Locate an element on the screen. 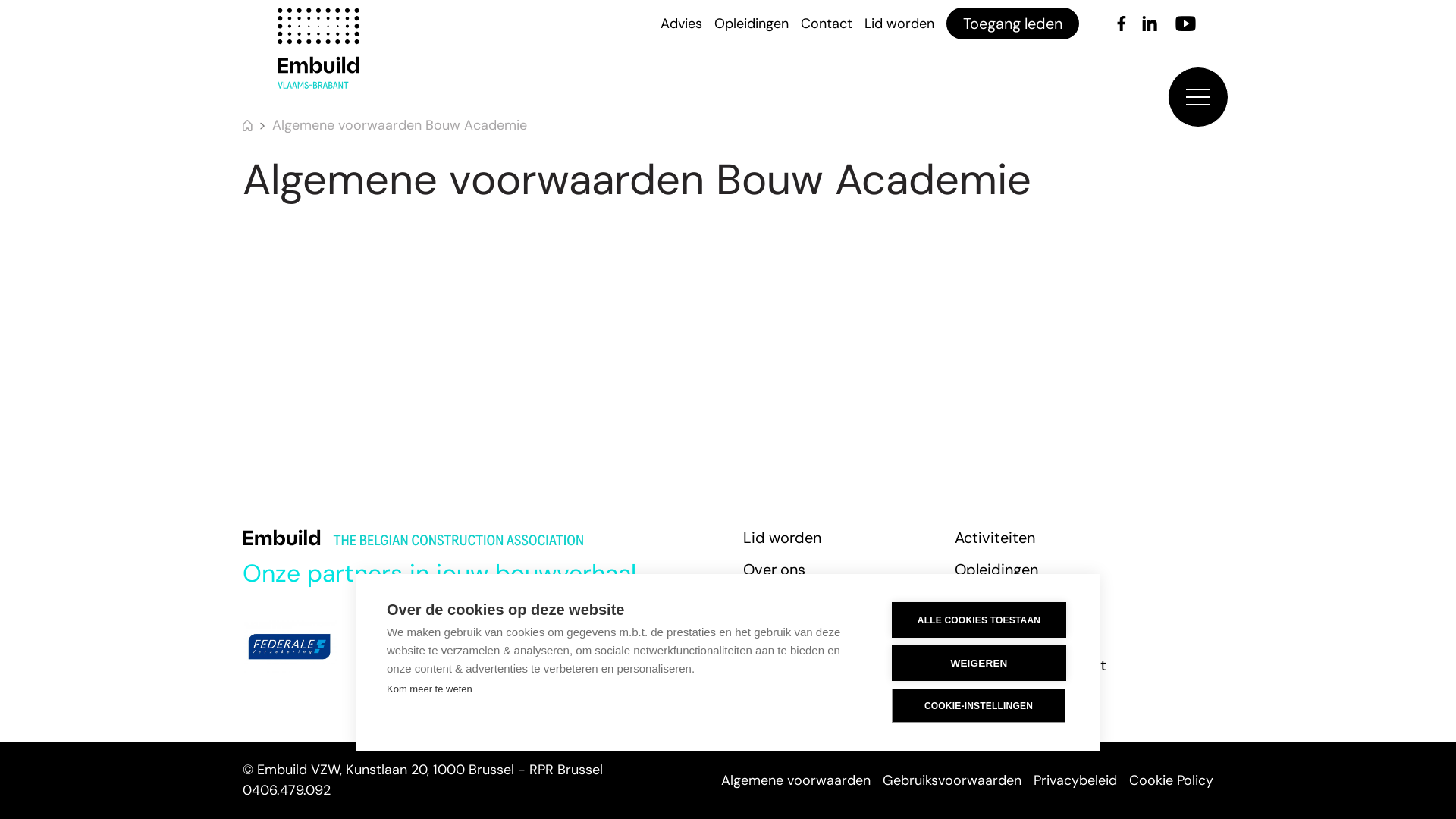 Image resolution: width=1456 pixels, height=819 pixels. 'Cookie Policy' is located at coordinates (1170, 780).